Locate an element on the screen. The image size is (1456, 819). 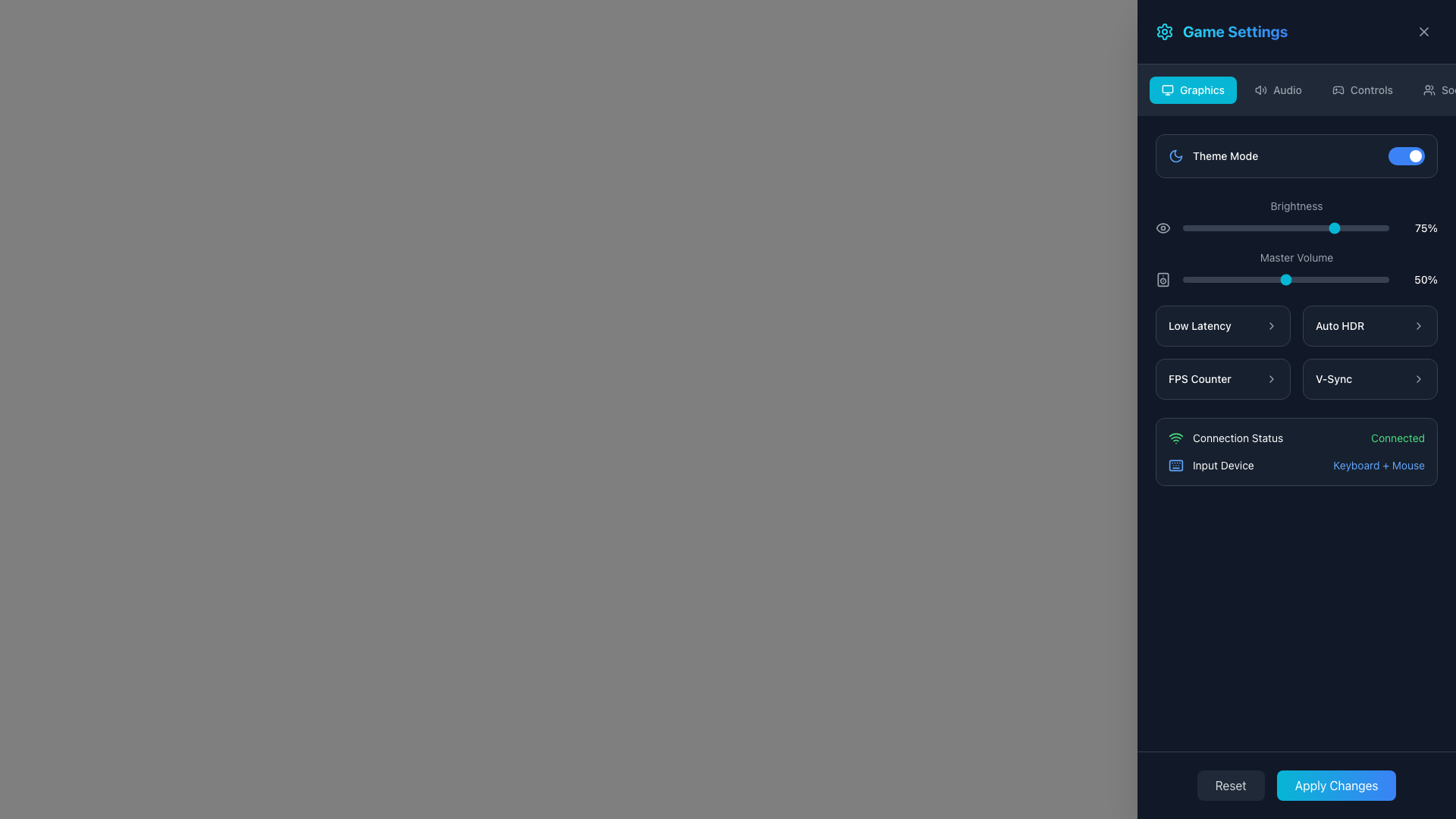
the 'Low Latency' button, which is a rectangular button with a dark background and rounded corners, containing the text 'Low Latency' aligned to the left and a right-pointing arrow icon next to it is located at coordinates (1222, 325).